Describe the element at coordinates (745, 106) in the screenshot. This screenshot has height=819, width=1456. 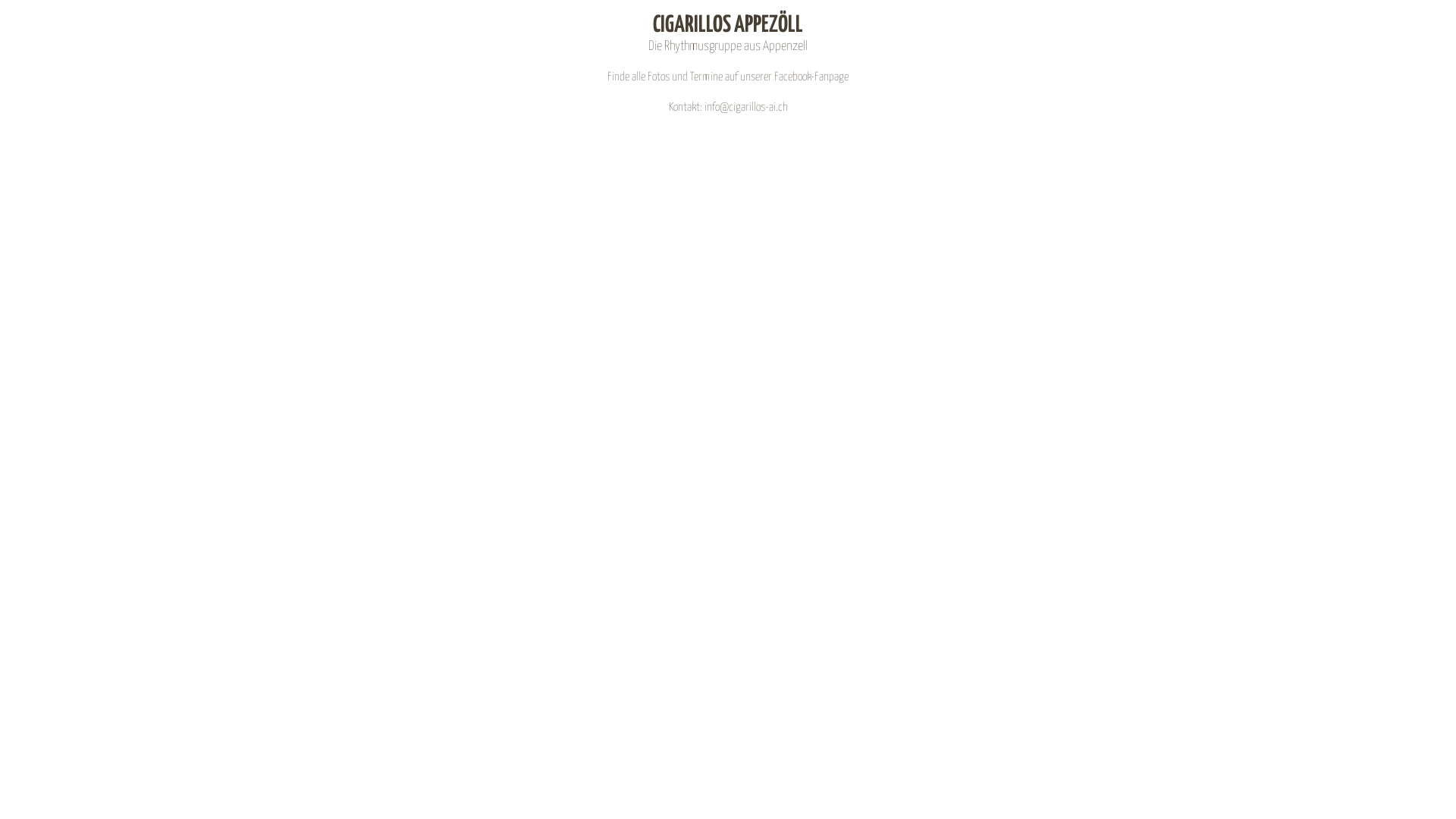
I see `'info@cigarillos-ai.ch'` at that location.